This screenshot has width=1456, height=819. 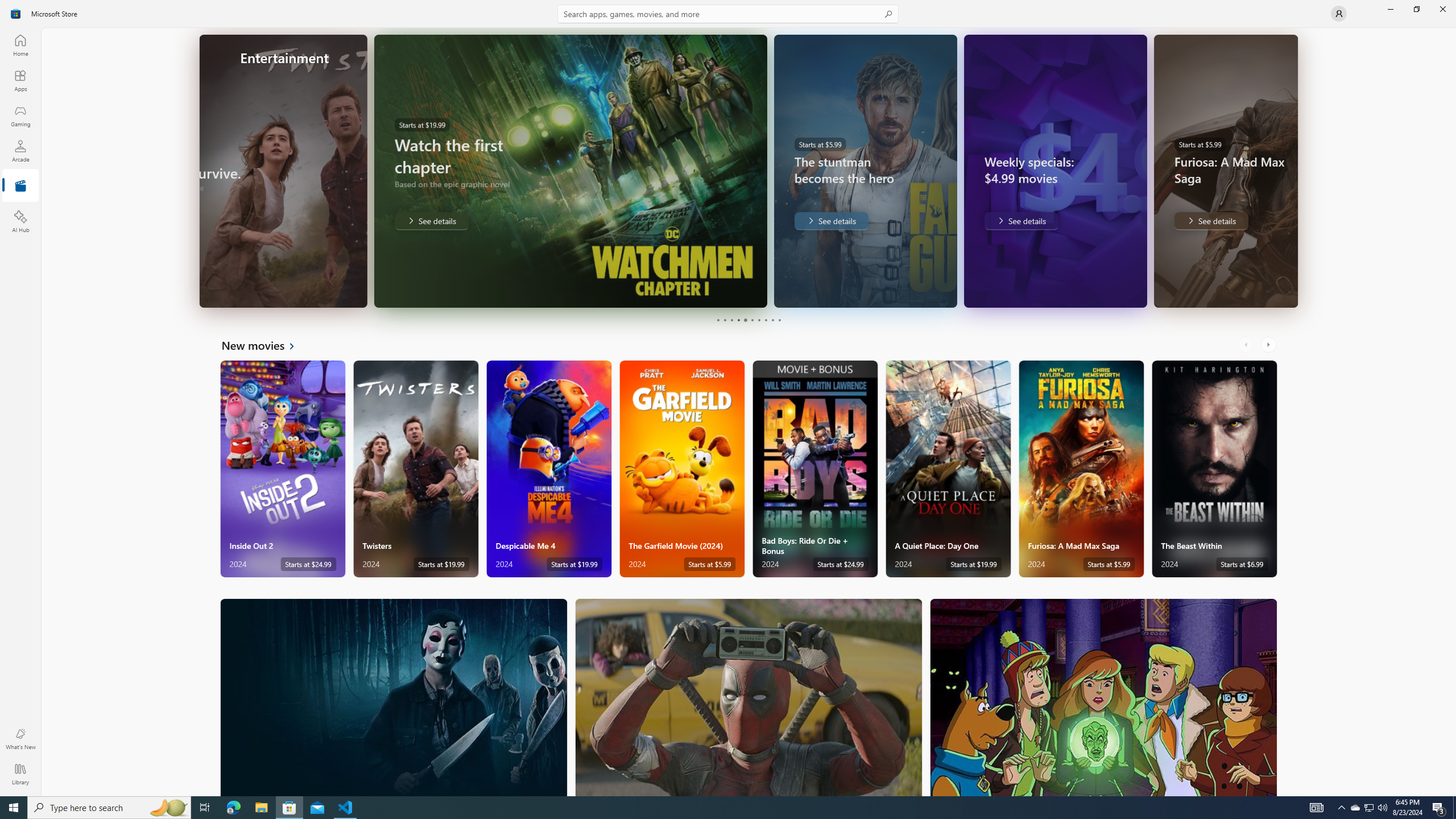 I want to click on 'Close Microsoft Store', so click(x=1442, y=9).